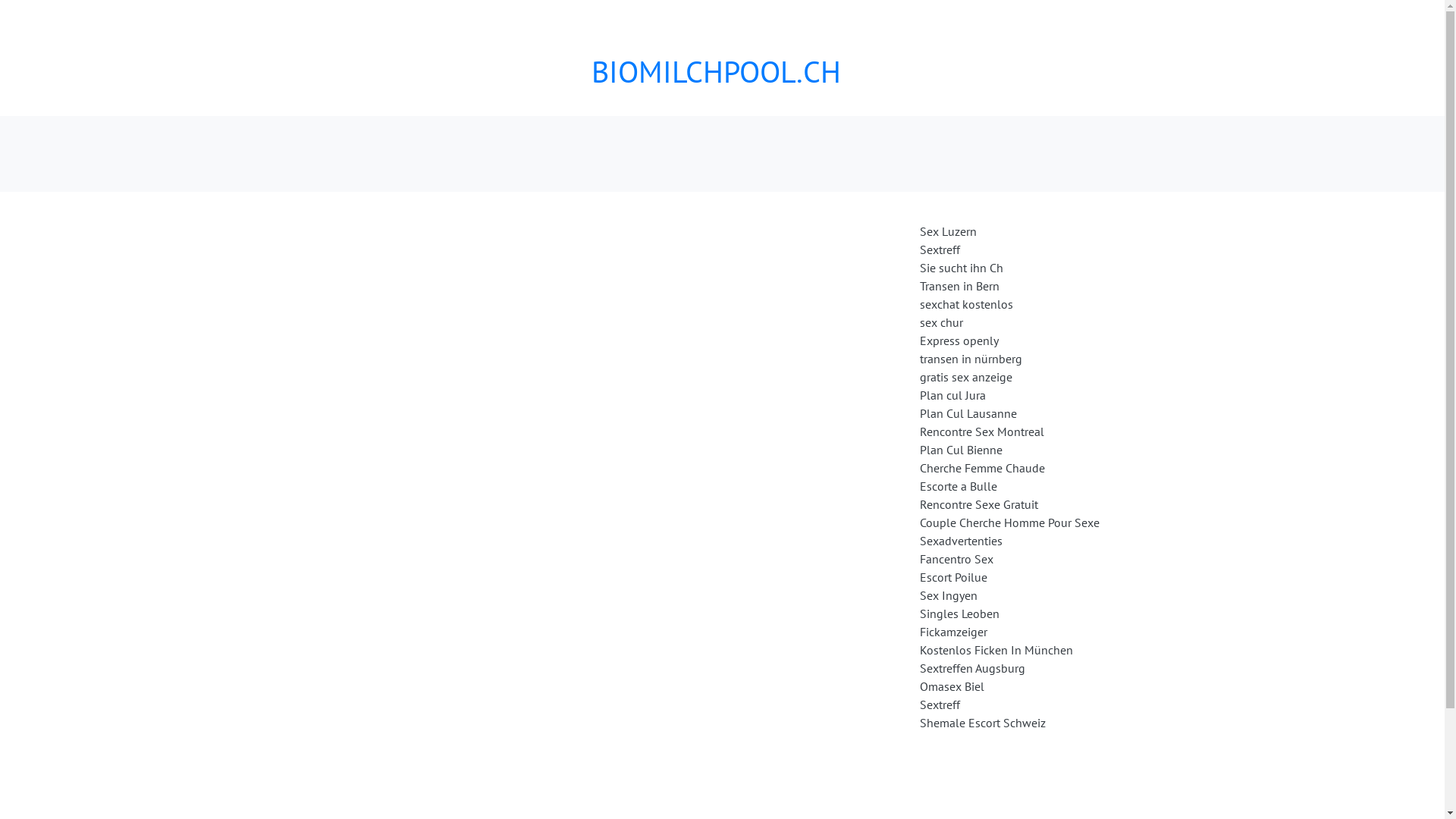 This screenshot has height=819, width=1456. What do you see at coordinates (951, 394) in the screenshot?
I see `'Plan cul Jura'` at bounding box center [951, 394].